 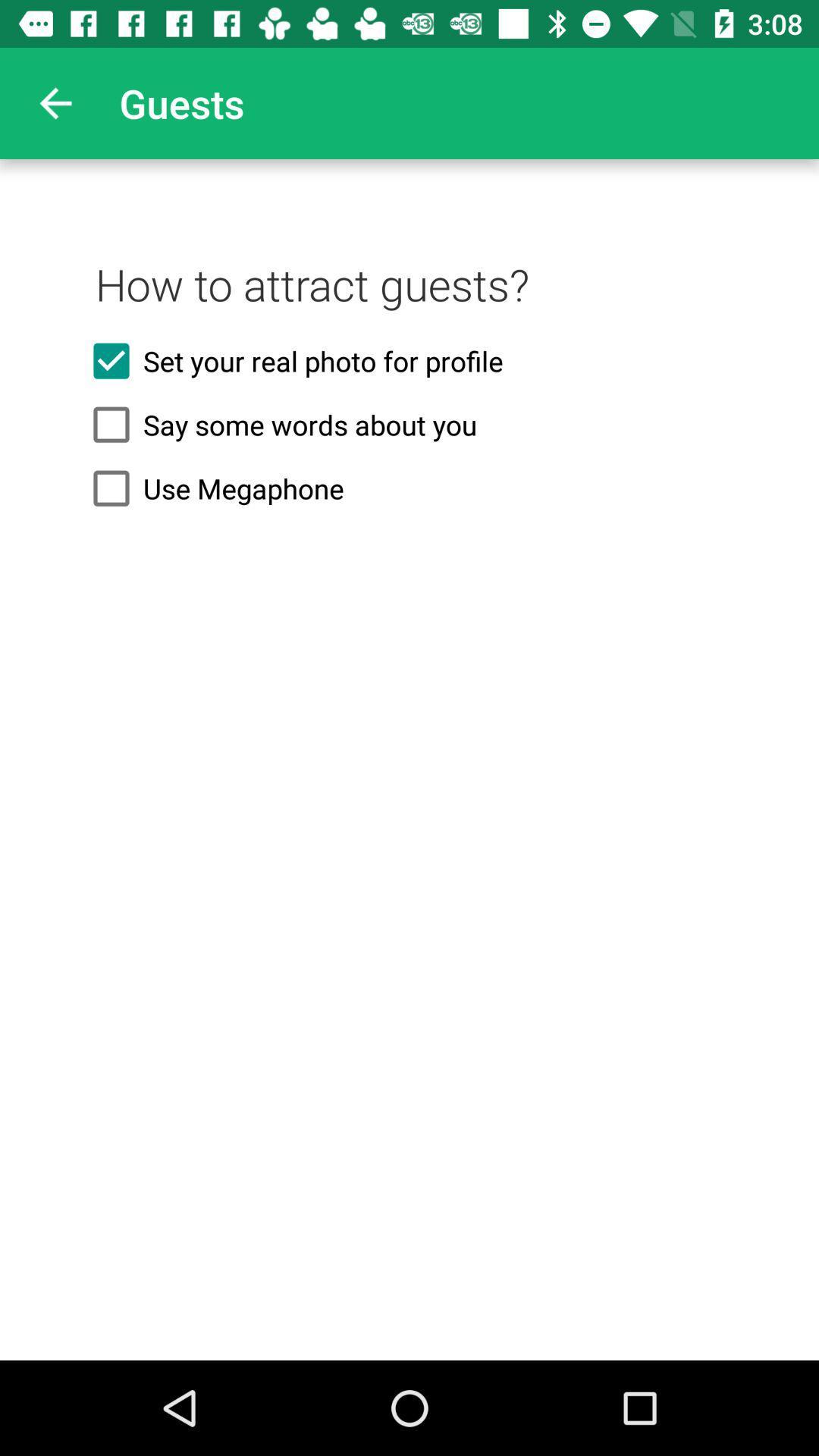 I want to click on item below set your real, so click(x=409, y=425).